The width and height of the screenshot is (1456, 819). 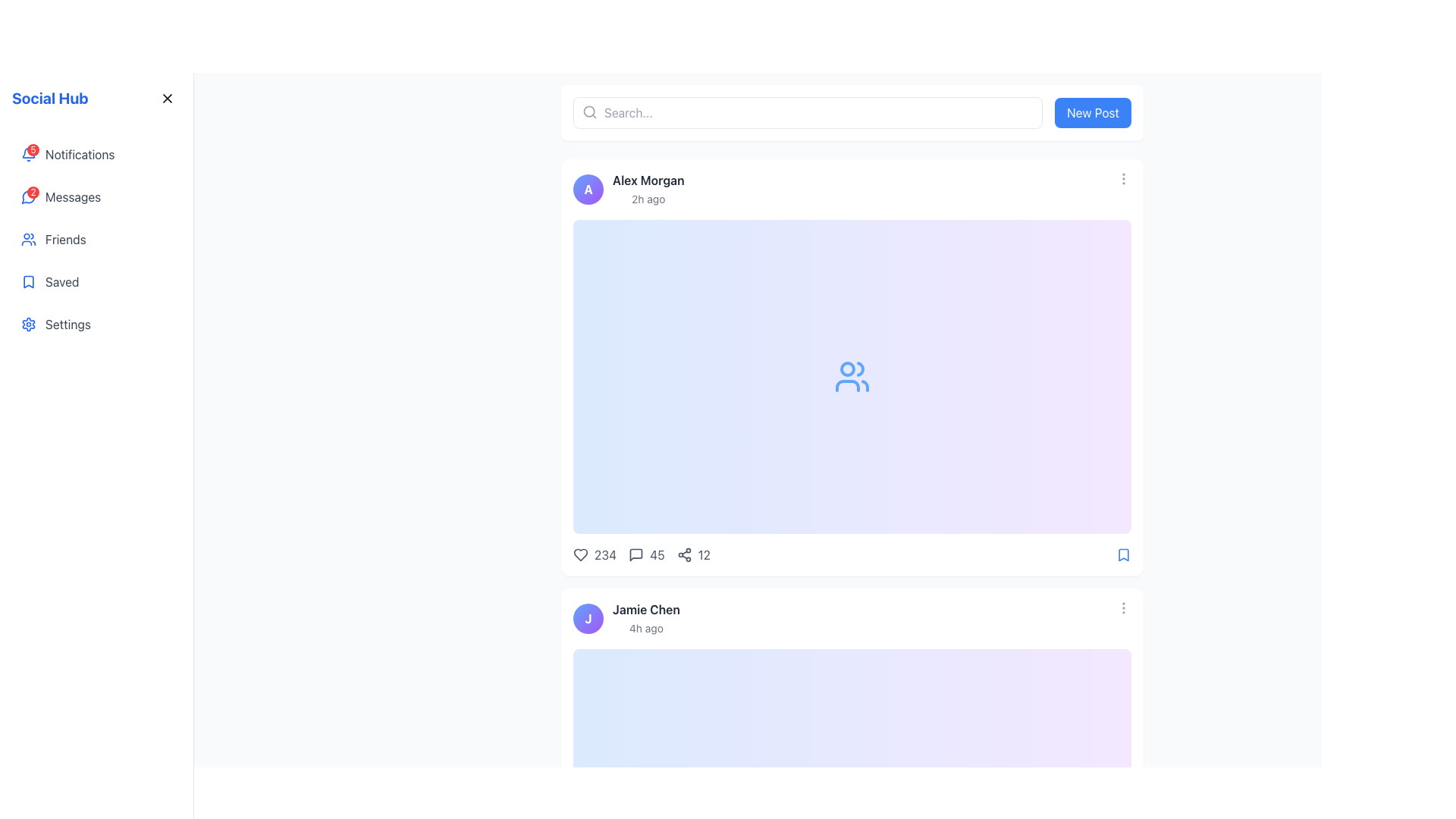 I want to click on the 'Friends' icon in the side navigation menu, which visually represents the concept of friends or social connections, so click(x=29, y=239).